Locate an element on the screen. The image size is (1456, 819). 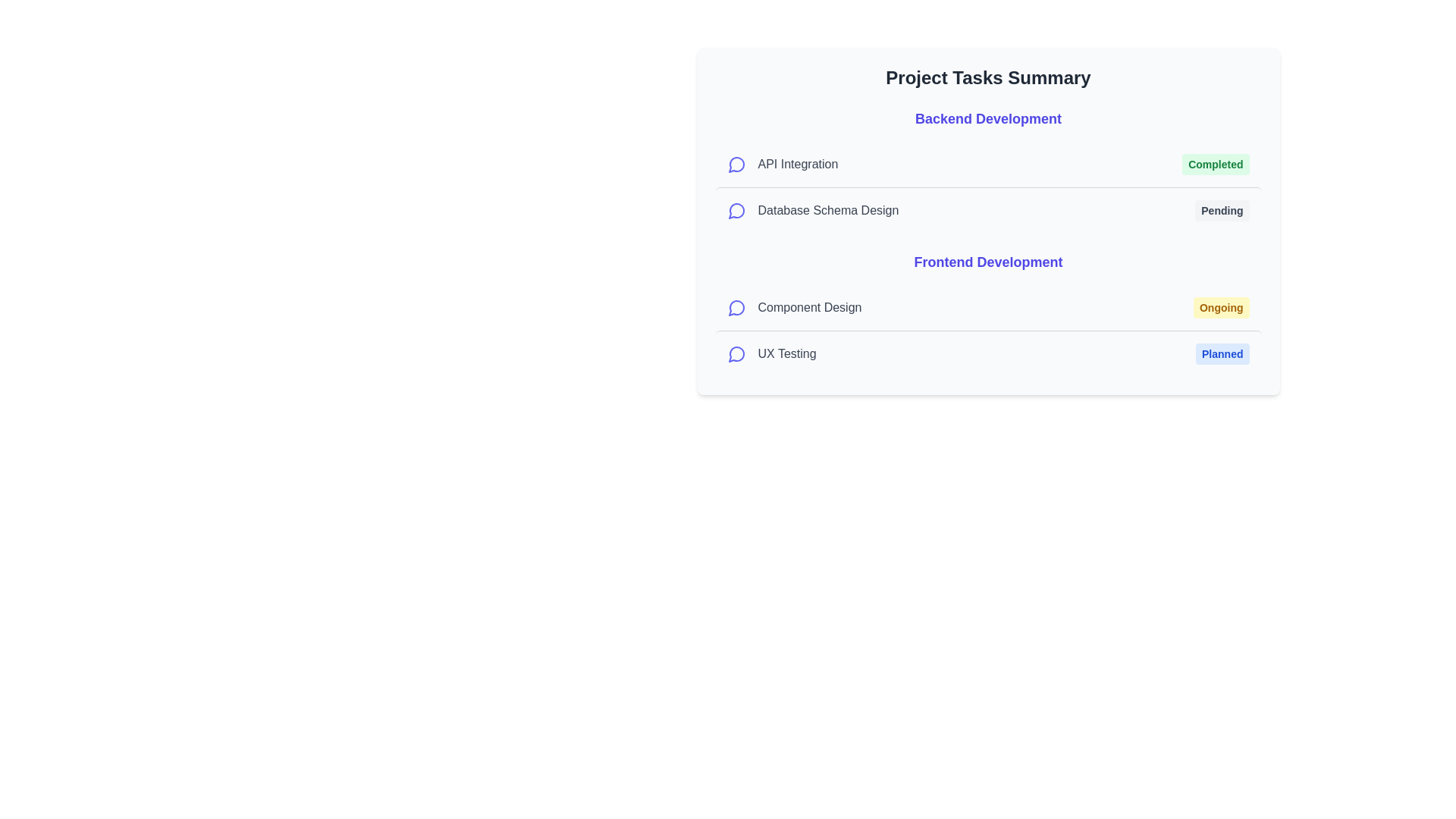
the speech bubble icon associated with the 'API Integration' item in the 'Backend Development' section is located at coordinates (736, 165).